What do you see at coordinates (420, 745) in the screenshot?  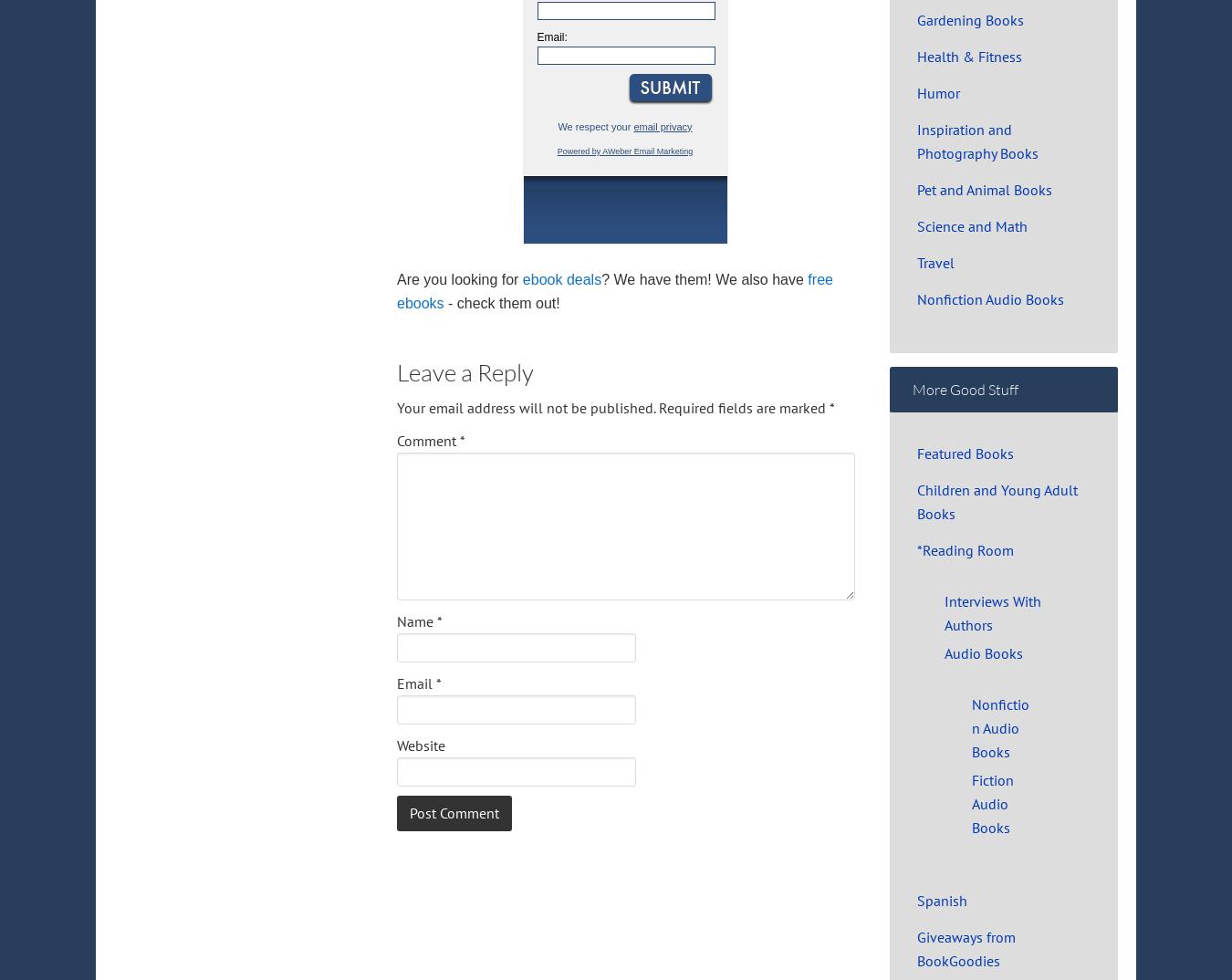 I see `'Website'` at bounding box center [420, 745].